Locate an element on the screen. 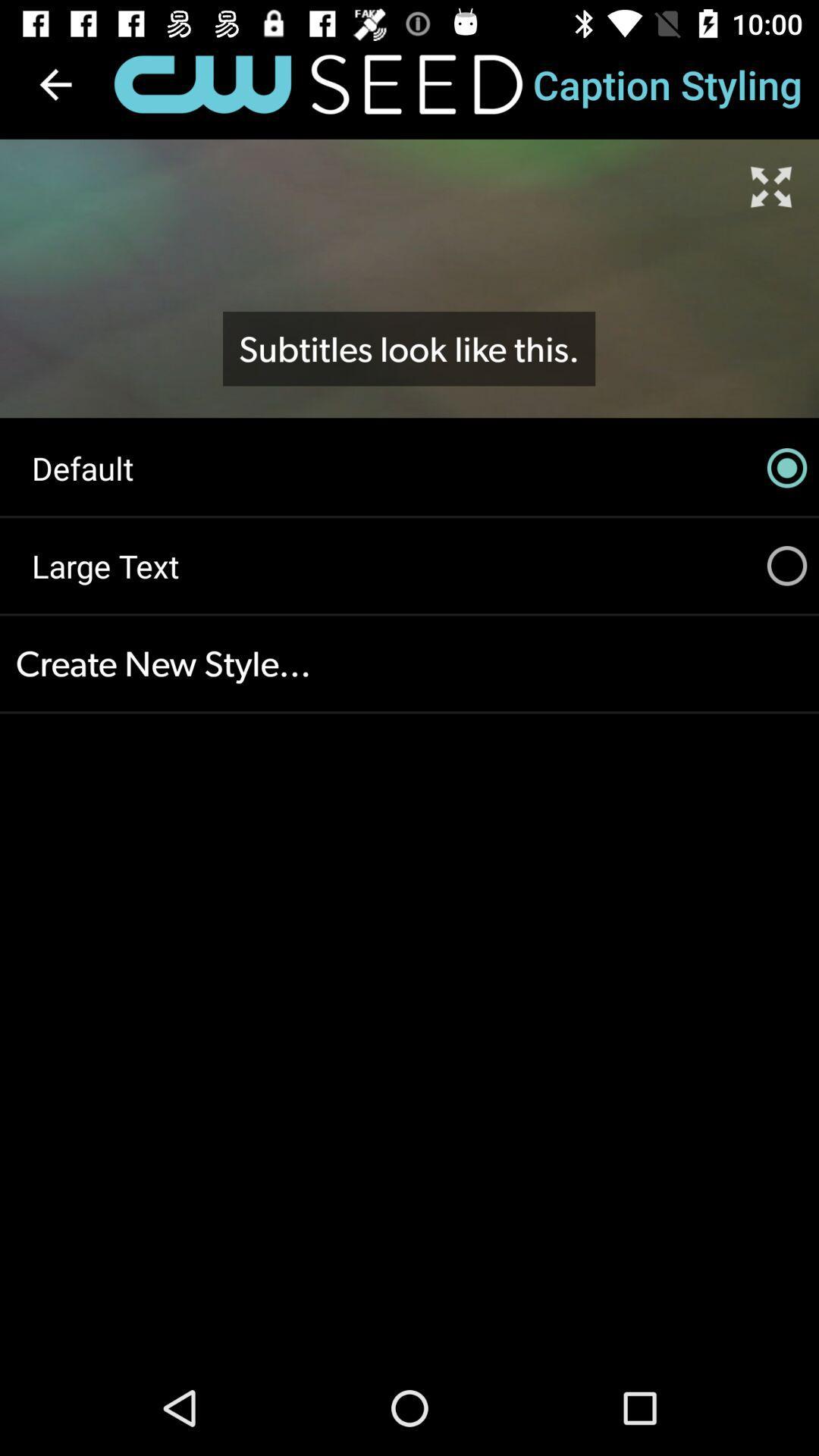 The width and height of the screenshot is (819, 1456). the icon above the large text icon is located at coordinates (409, 467).